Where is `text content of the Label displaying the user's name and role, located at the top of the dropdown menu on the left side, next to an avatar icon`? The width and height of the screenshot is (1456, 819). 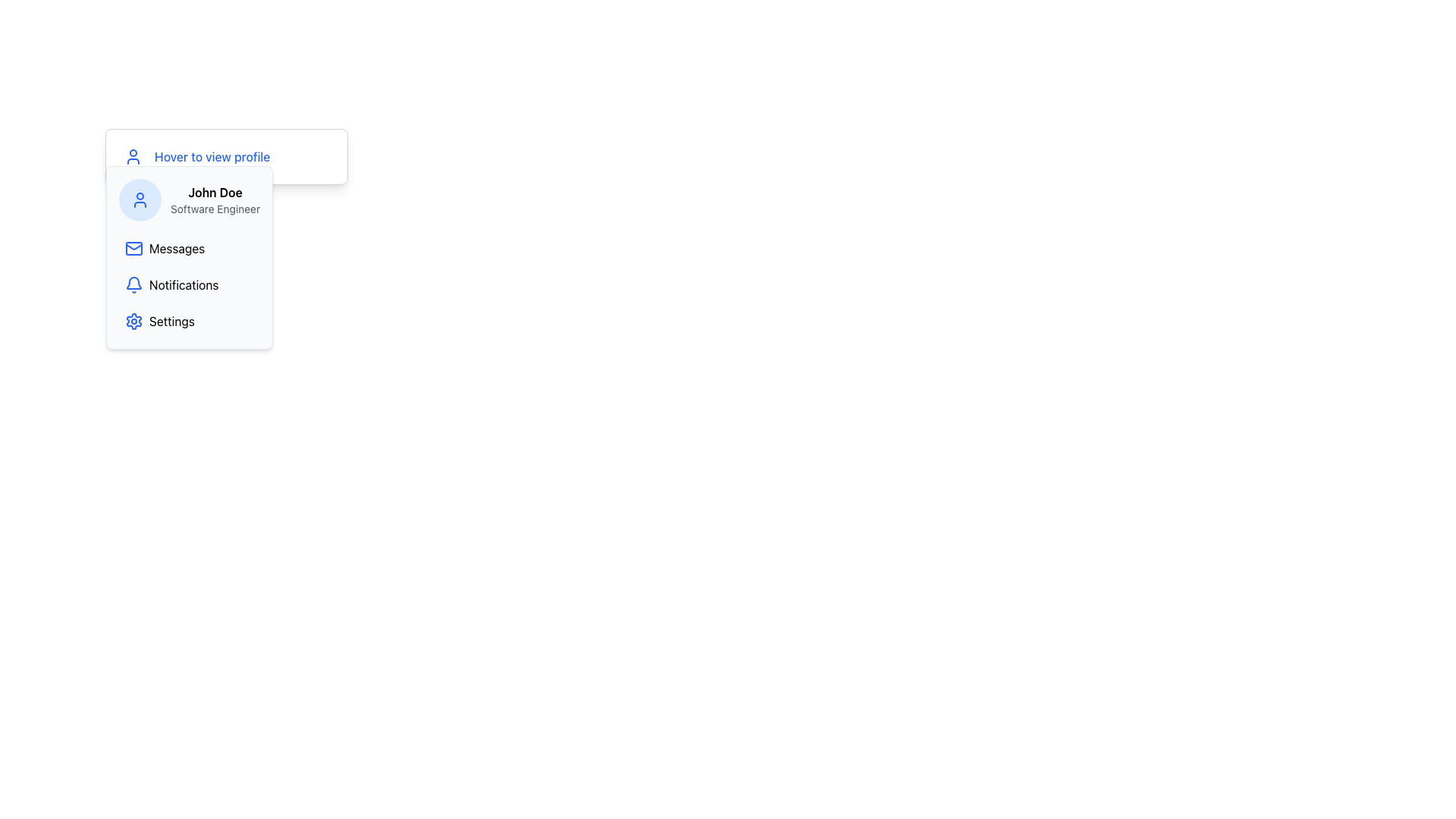 text content of the Label displaying the user's name and role, located at the top of the dropdown menu on the left side, next to an avatar icon is located at coordinates (215, 199).